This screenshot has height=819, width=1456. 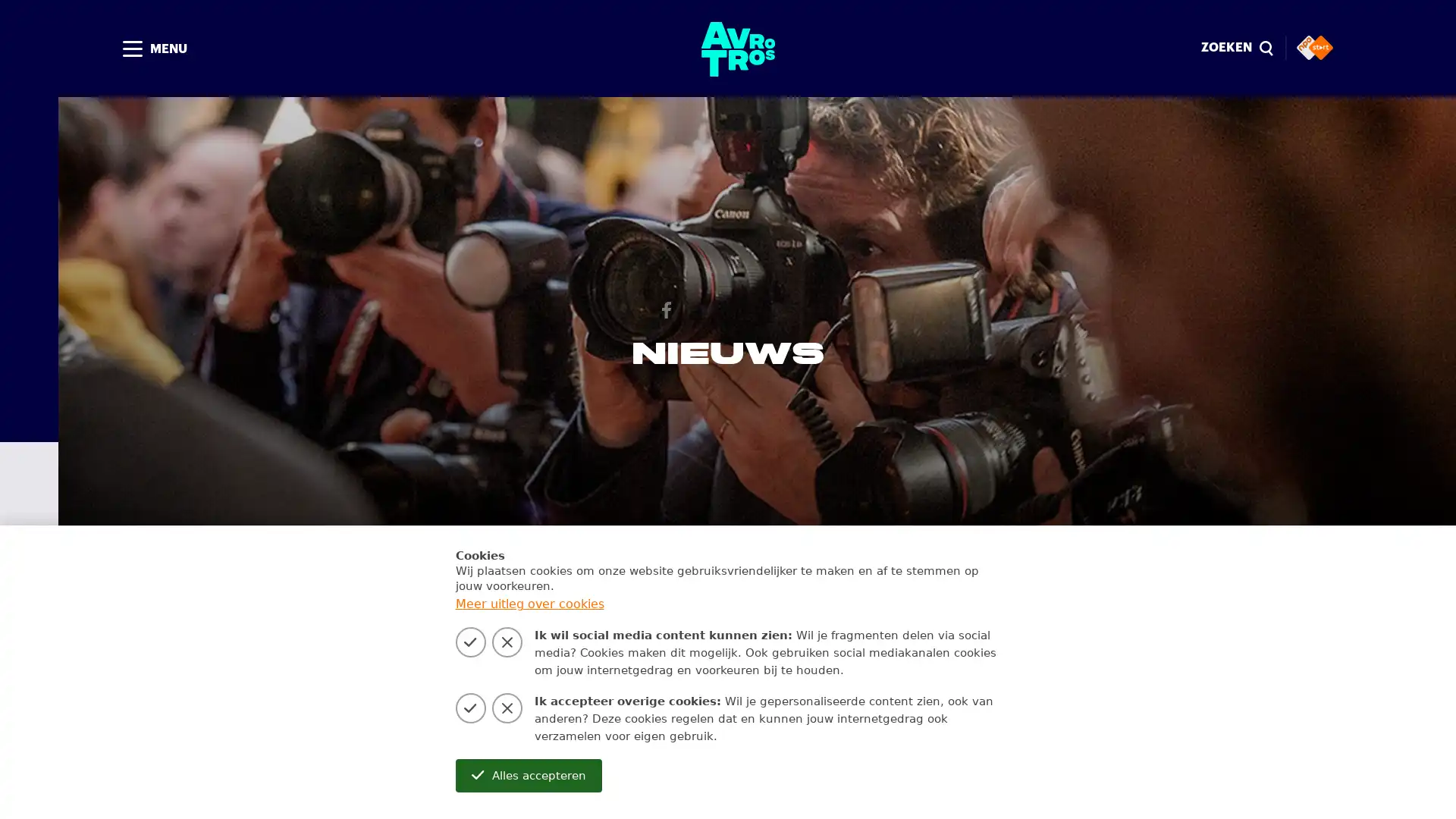 I want to click on MENU, so click(x=153, y=48).